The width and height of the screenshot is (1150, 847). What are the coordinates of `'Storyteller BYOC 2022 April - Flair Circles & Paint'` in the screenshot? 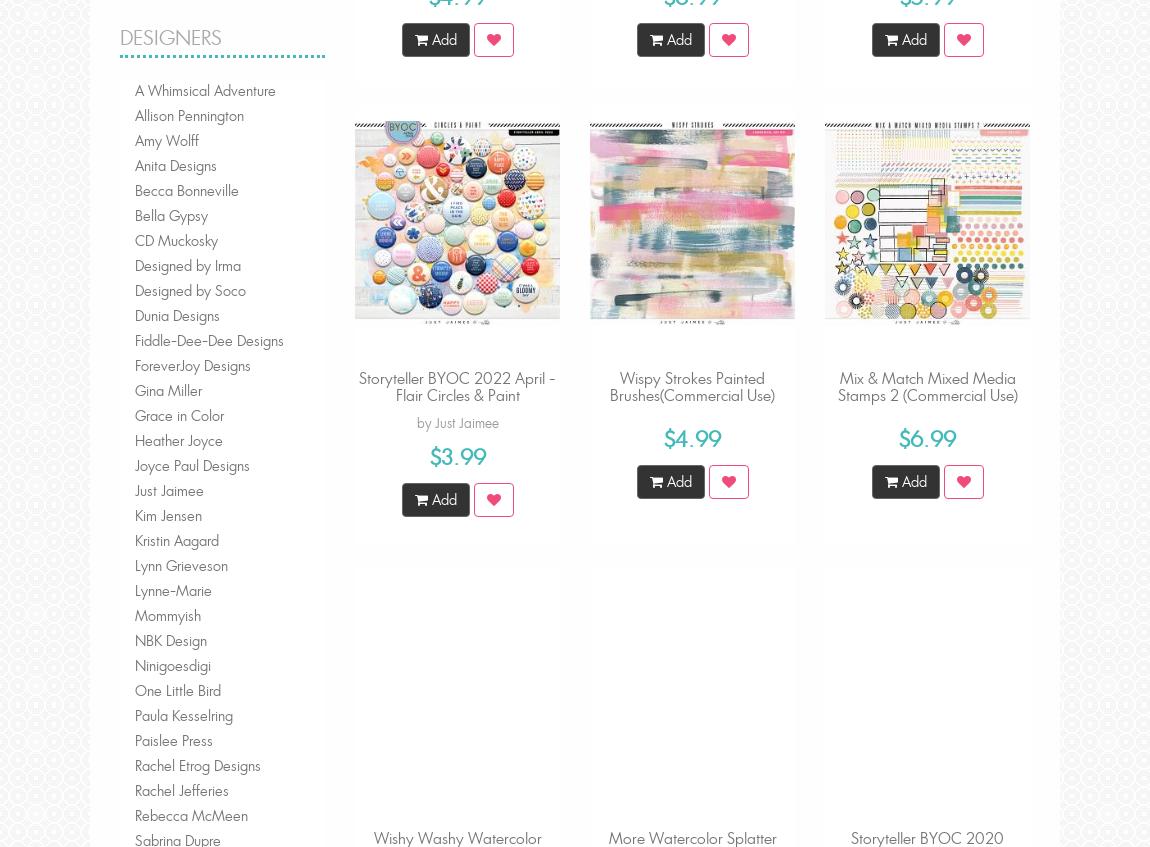 It's located at (457, 384).